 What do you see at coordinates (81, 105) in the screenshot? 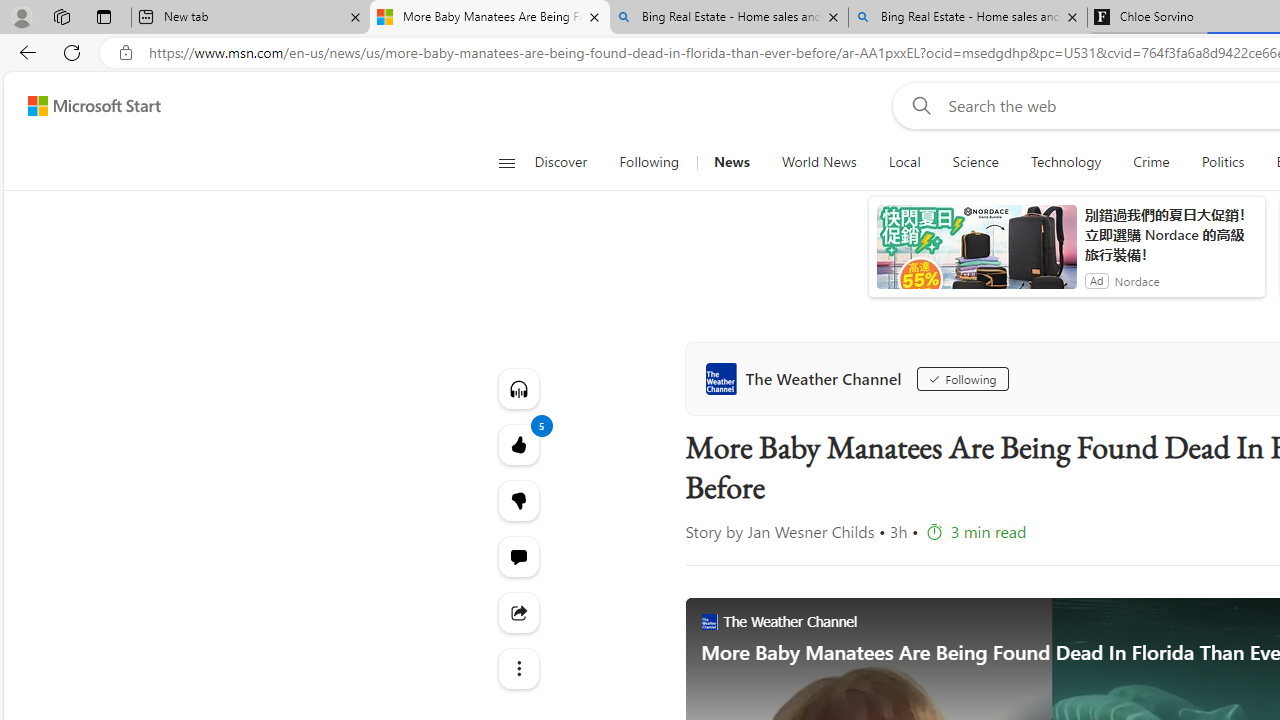
I see `'Skip to footer'` at bounding box center [81, 105].